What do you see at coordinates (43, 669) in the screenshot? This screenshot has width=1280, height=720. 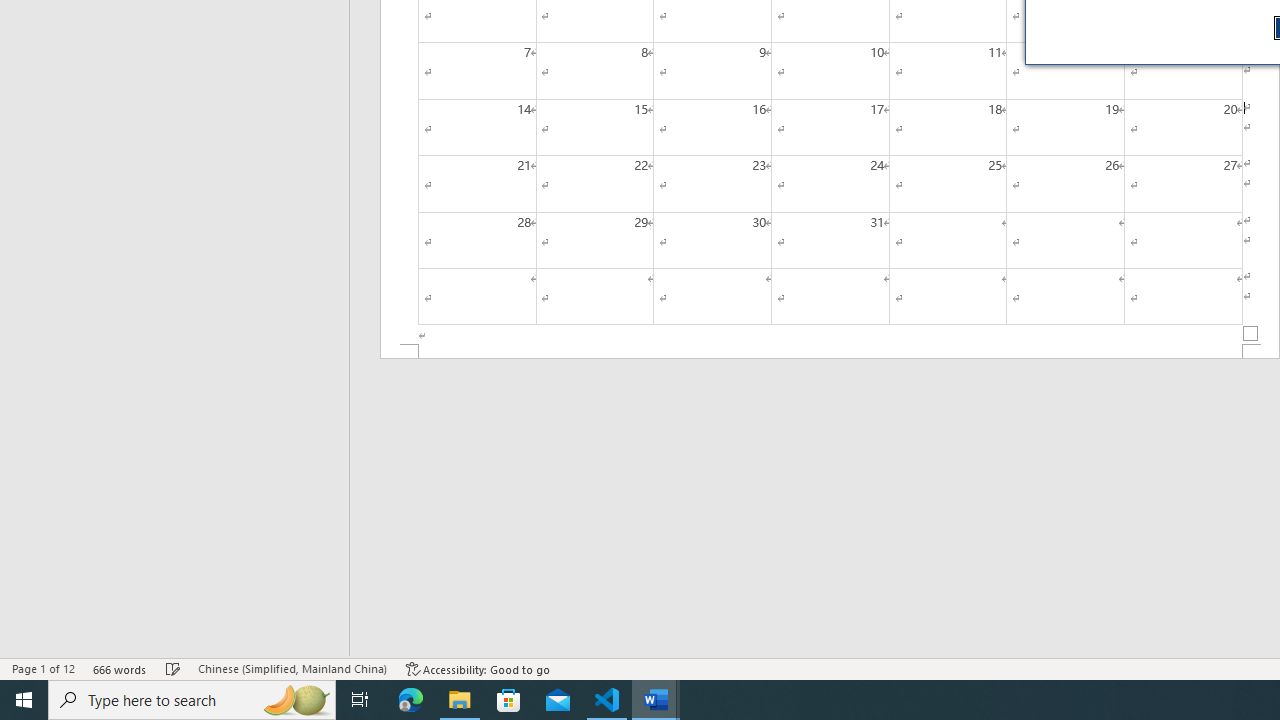 I see `'Page Number Page 1 of 12'` at bounding box center [43, 669].